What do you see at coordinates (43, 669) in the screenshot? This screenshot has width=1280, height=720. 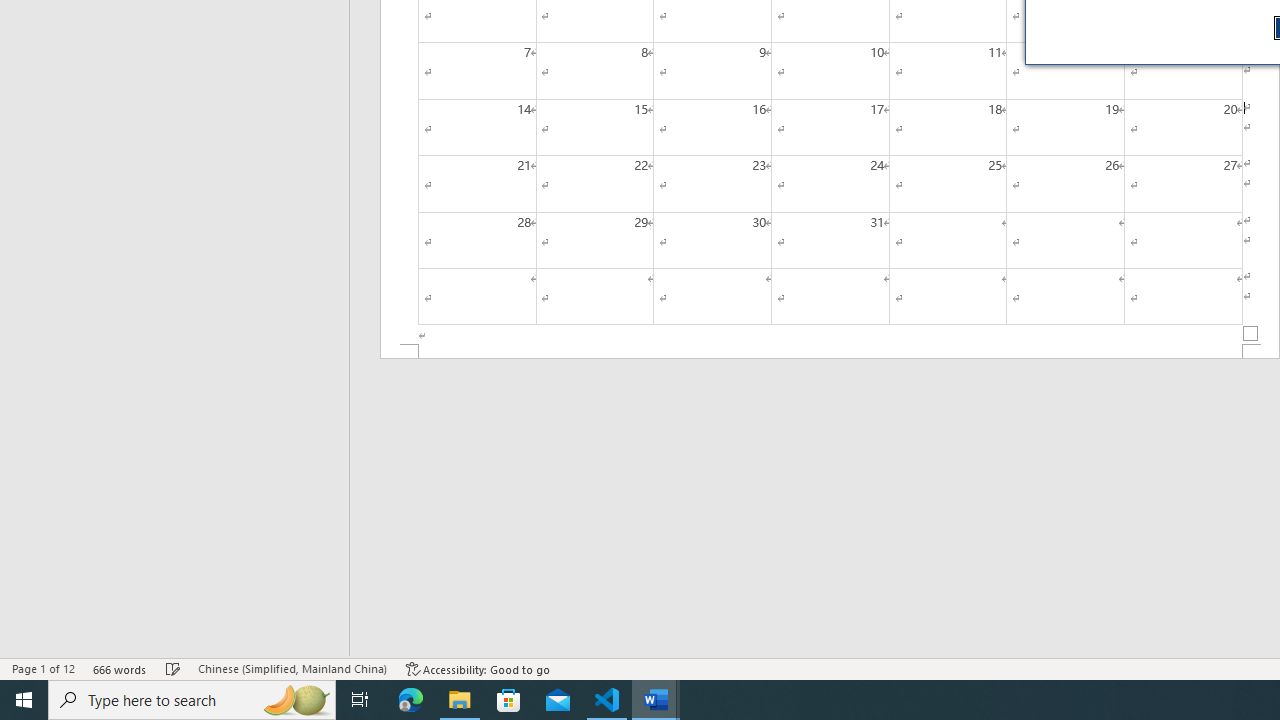 I see `'Page Number Page 1 of 12'` at bounding box center [43, 669].